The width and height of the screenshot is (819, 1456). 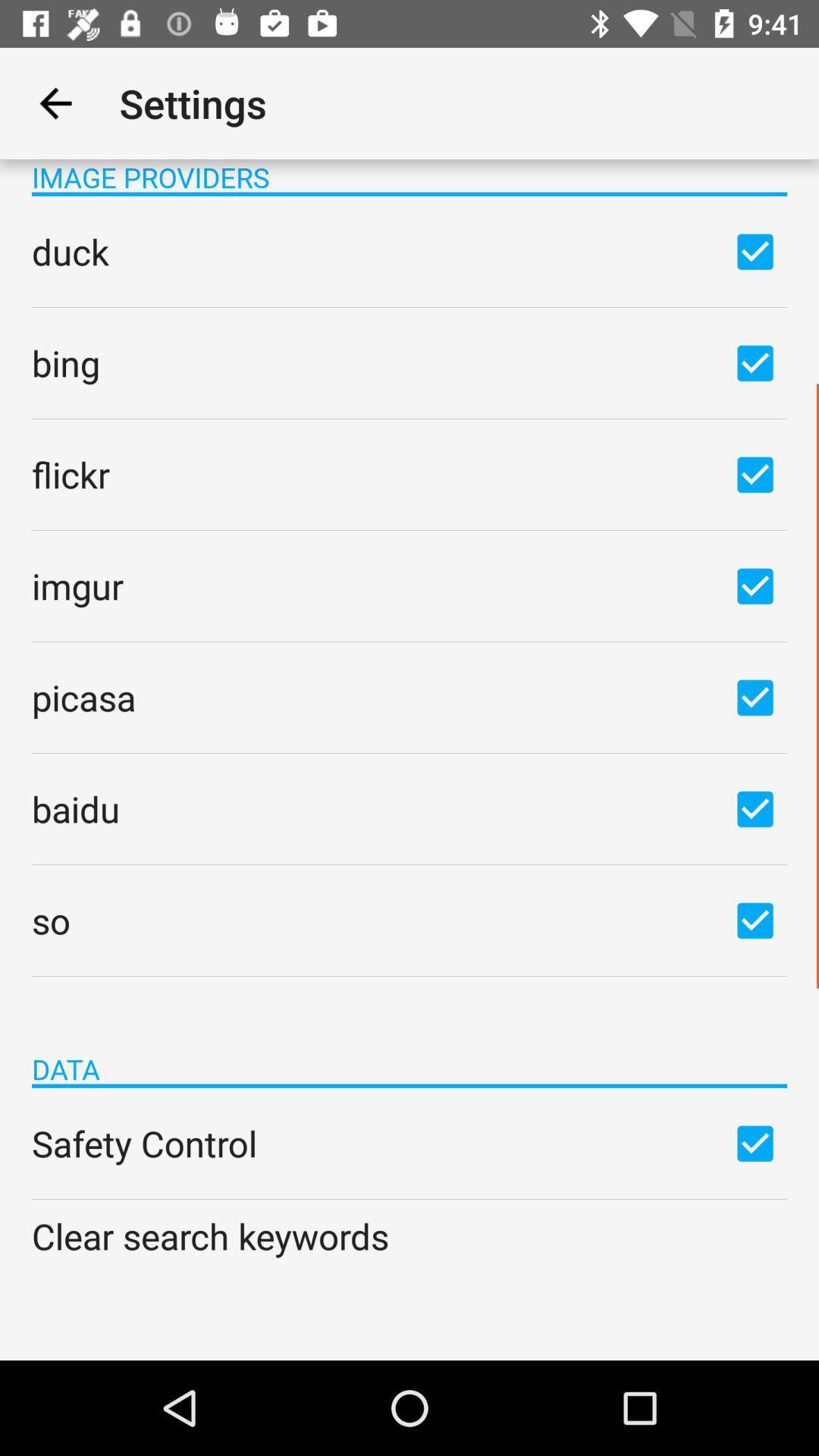 I want to click on box, so click(x=755, y=362).